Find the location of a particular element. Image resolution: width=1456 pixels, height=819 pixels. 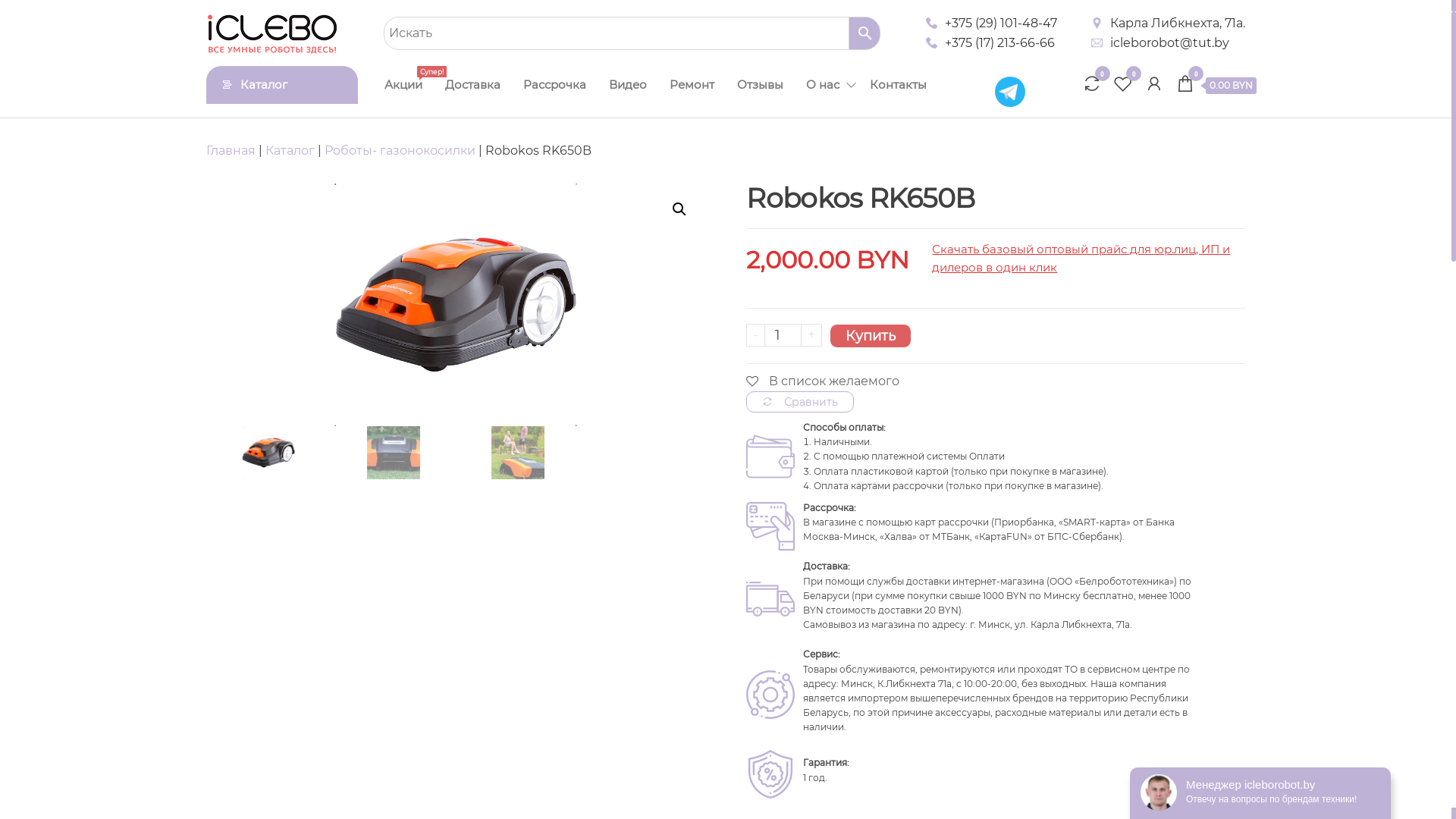

'0 is located at coordinates (1216, 86).